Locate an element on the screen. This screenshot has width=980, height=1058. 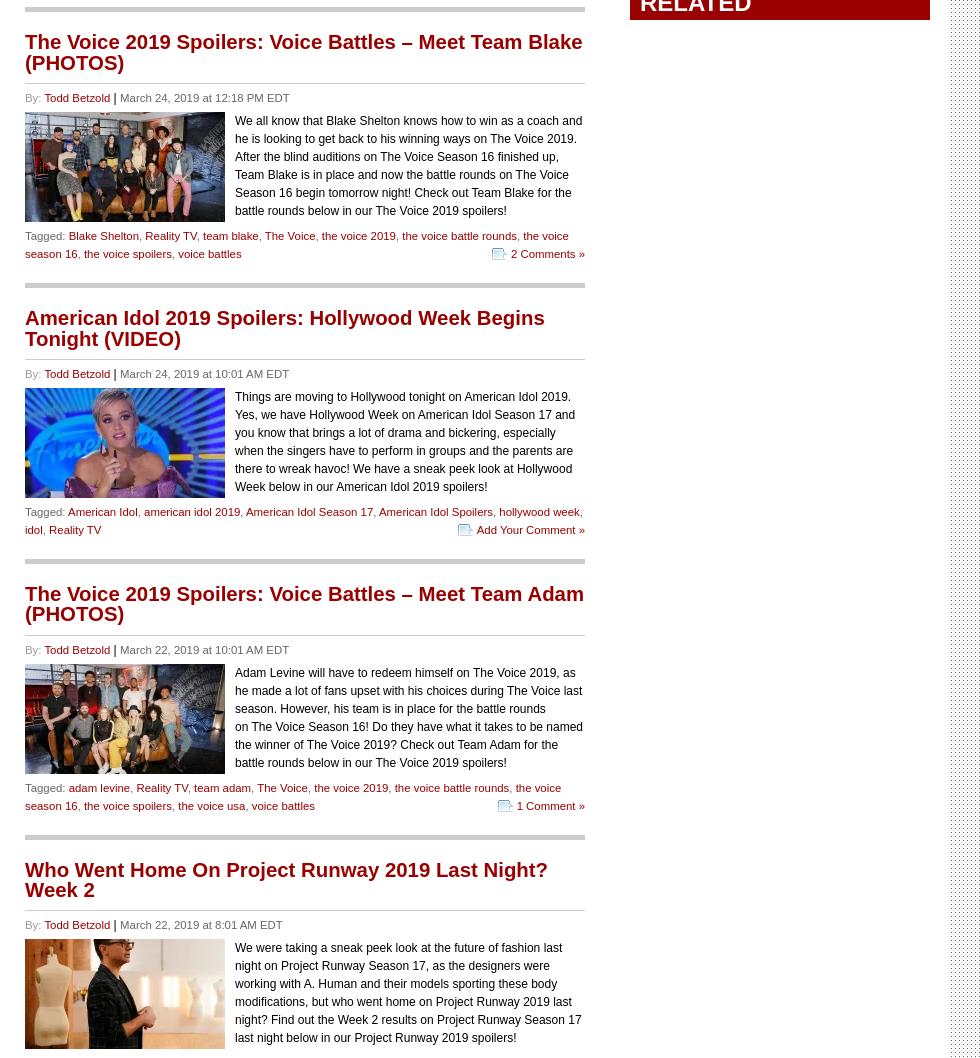
'Who Went Home On Project Runway 2019 Last Night? Week 2' is located at coordinates (286, 878).